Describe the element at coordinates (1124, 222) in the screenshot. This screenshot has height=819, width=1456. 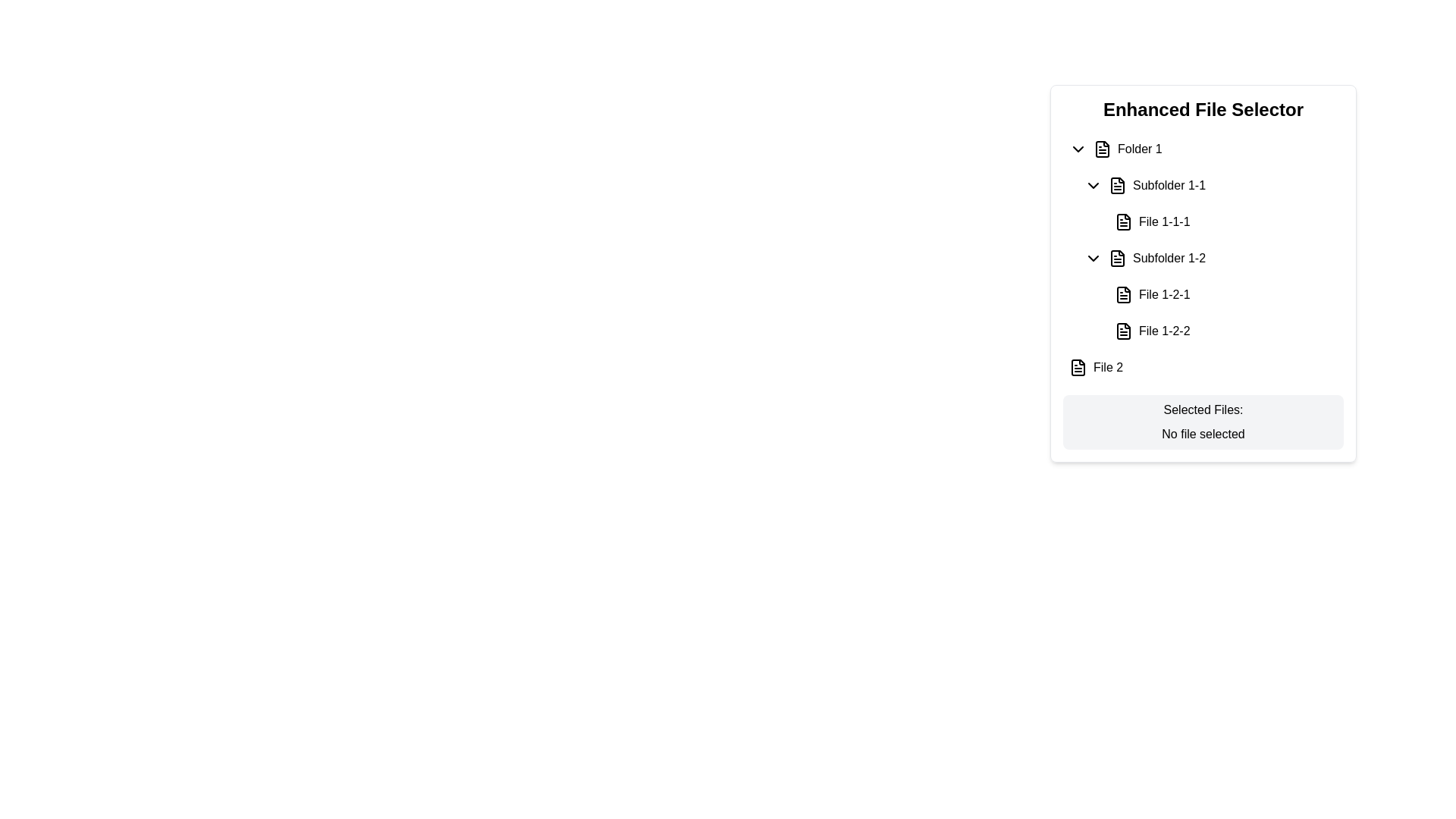
I see `the icon representing the File 1-1-1 entry in the file selection interface, which is located to the left of the text 'File 1-1-1' under 'Subfolder 1-1' within the 'Folder 1' directory` at that location.